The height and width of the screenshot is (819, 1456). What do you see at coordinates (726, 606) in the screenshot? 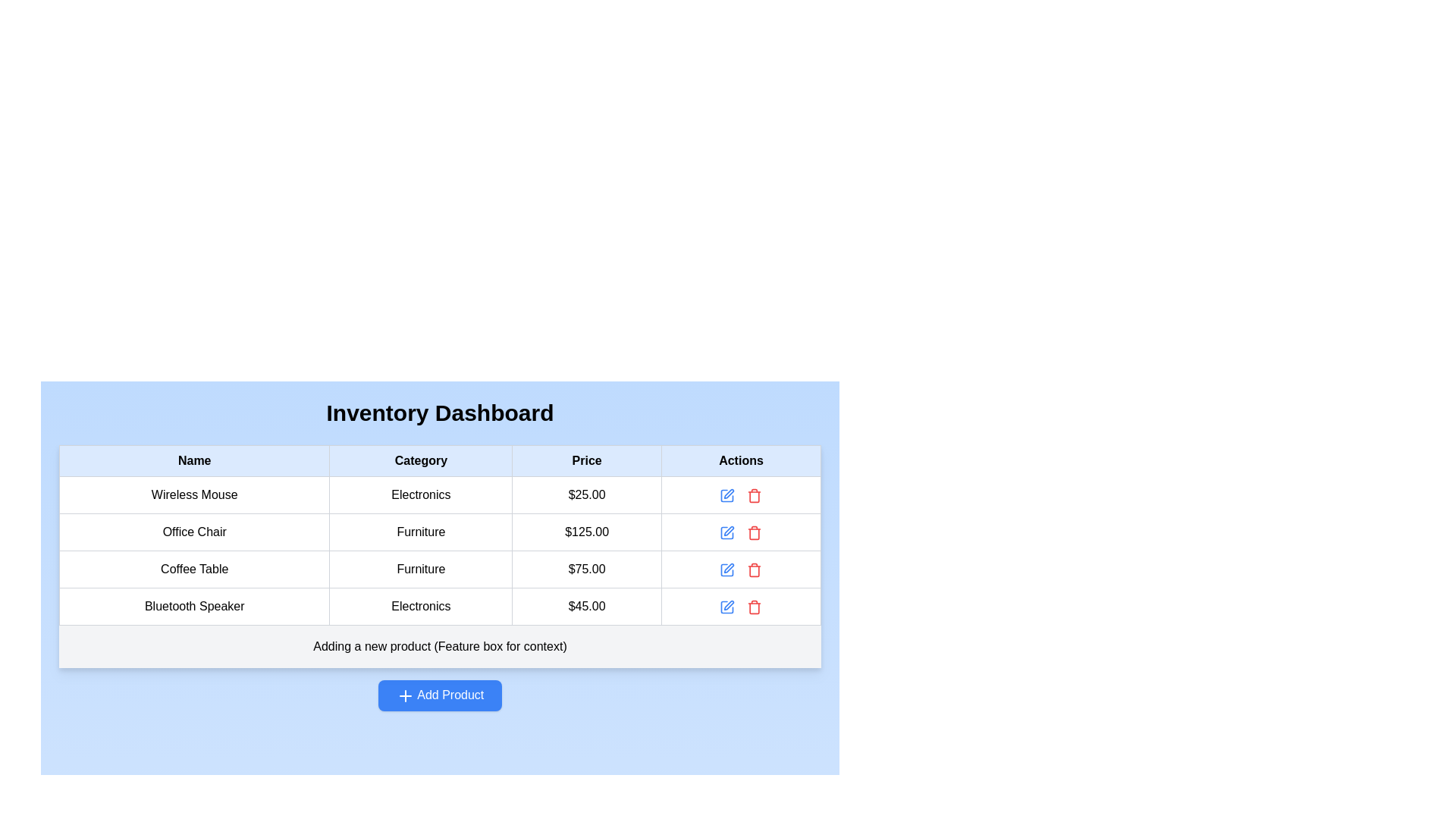
I see `the 'Edit' icon in the 'Actions' column of the fourth row for the 'Bluetooth Speaker' entry to initiate the edit action` at bounding box center [726, 606].